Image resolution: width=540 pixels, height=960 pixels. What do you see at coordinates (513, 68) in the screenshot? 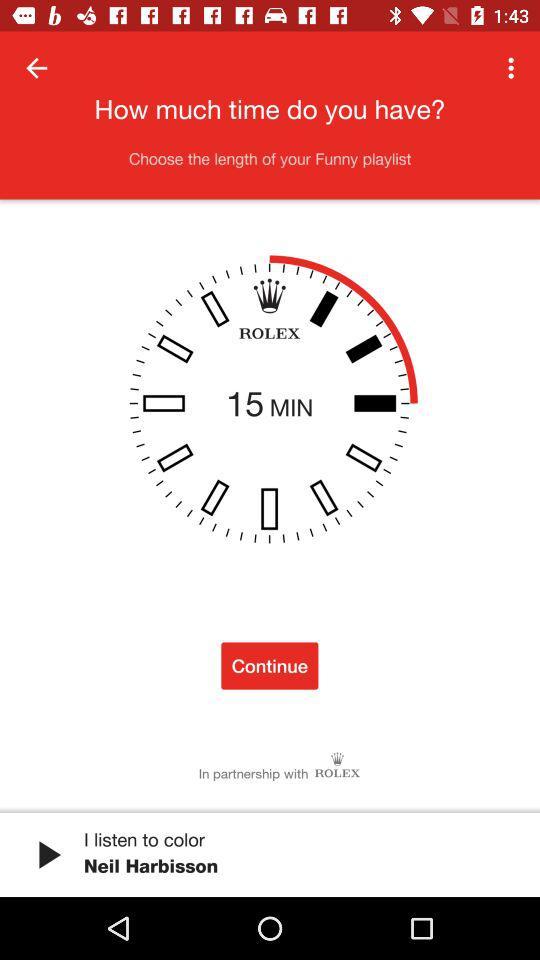
I see `the icon above choose the length` at bounding box center [513, 68].